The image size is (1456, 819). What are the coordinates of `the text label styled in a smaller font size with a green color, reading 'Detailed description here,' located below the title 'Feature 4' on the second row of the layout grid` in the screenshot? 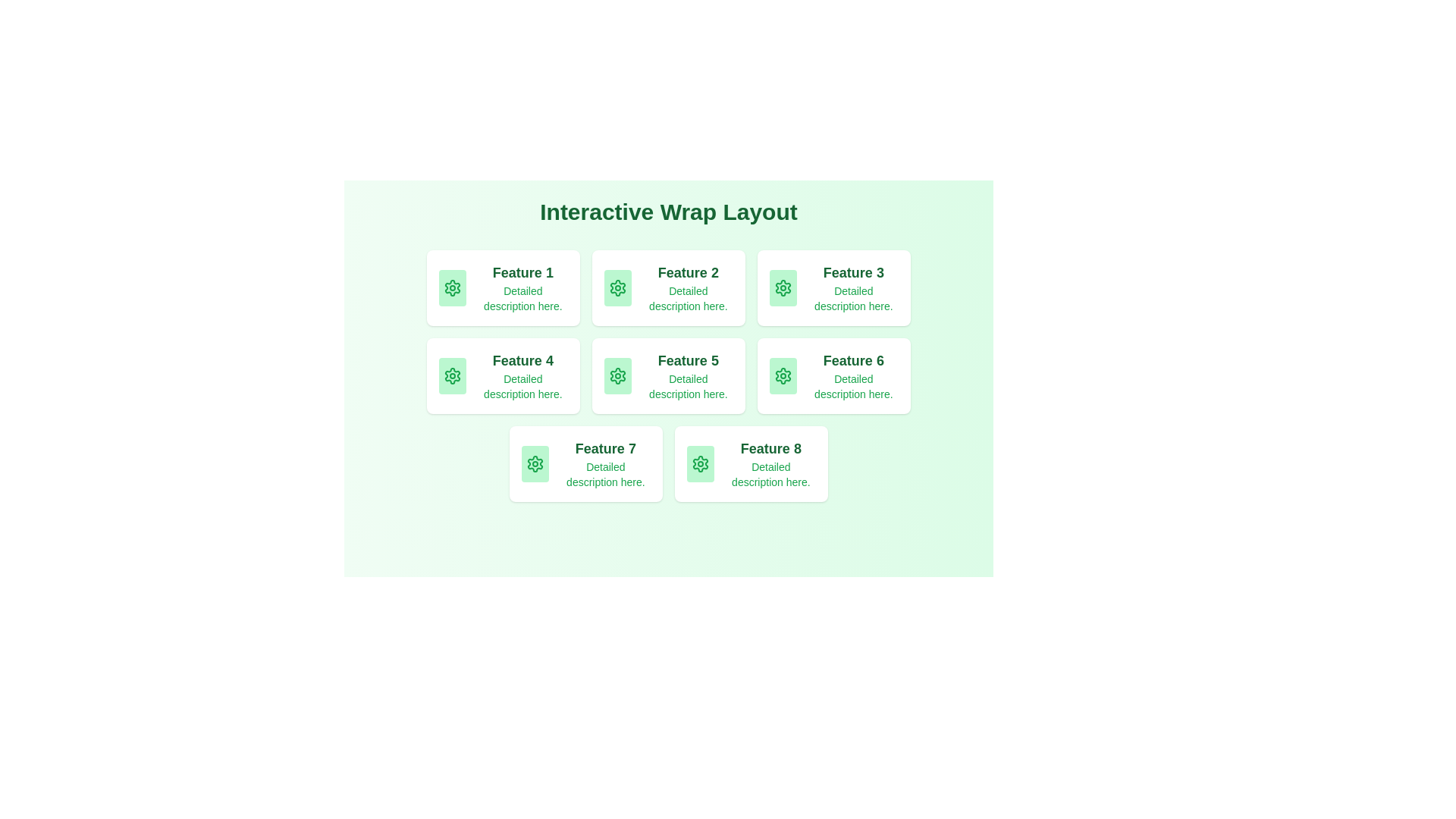 It's located at (522, 385).